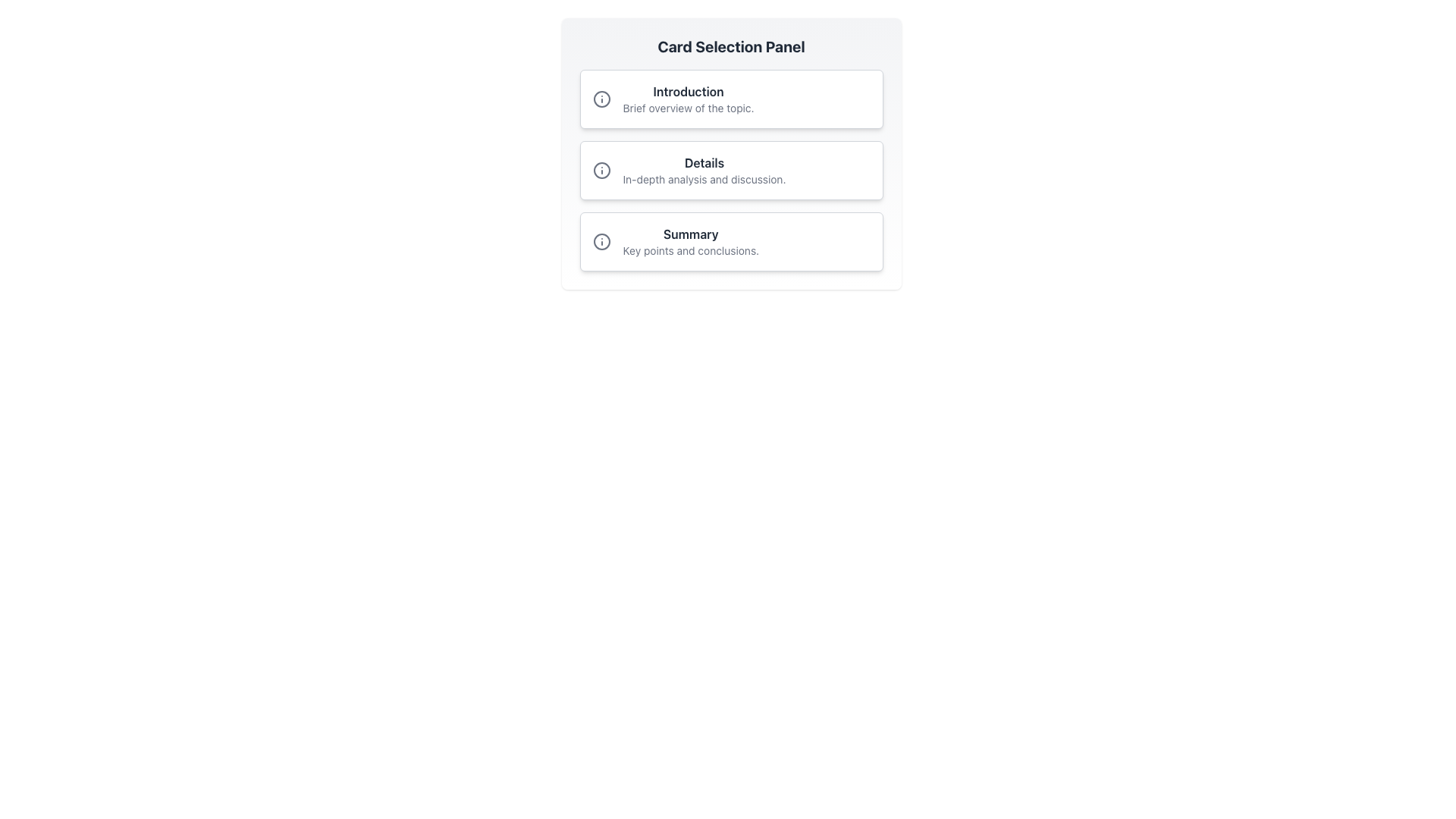 Image resolution: width=1456 pixels, height=819 pixels. What do you see at coordinates (687, 91) in the screenshot?
I see `the Text Label that serves as the title for the 'Introduction' card, which is positioned near the top of the card and is the first line in a vertically-aligned panel of selectable cards` at bounding box center [687, 91].